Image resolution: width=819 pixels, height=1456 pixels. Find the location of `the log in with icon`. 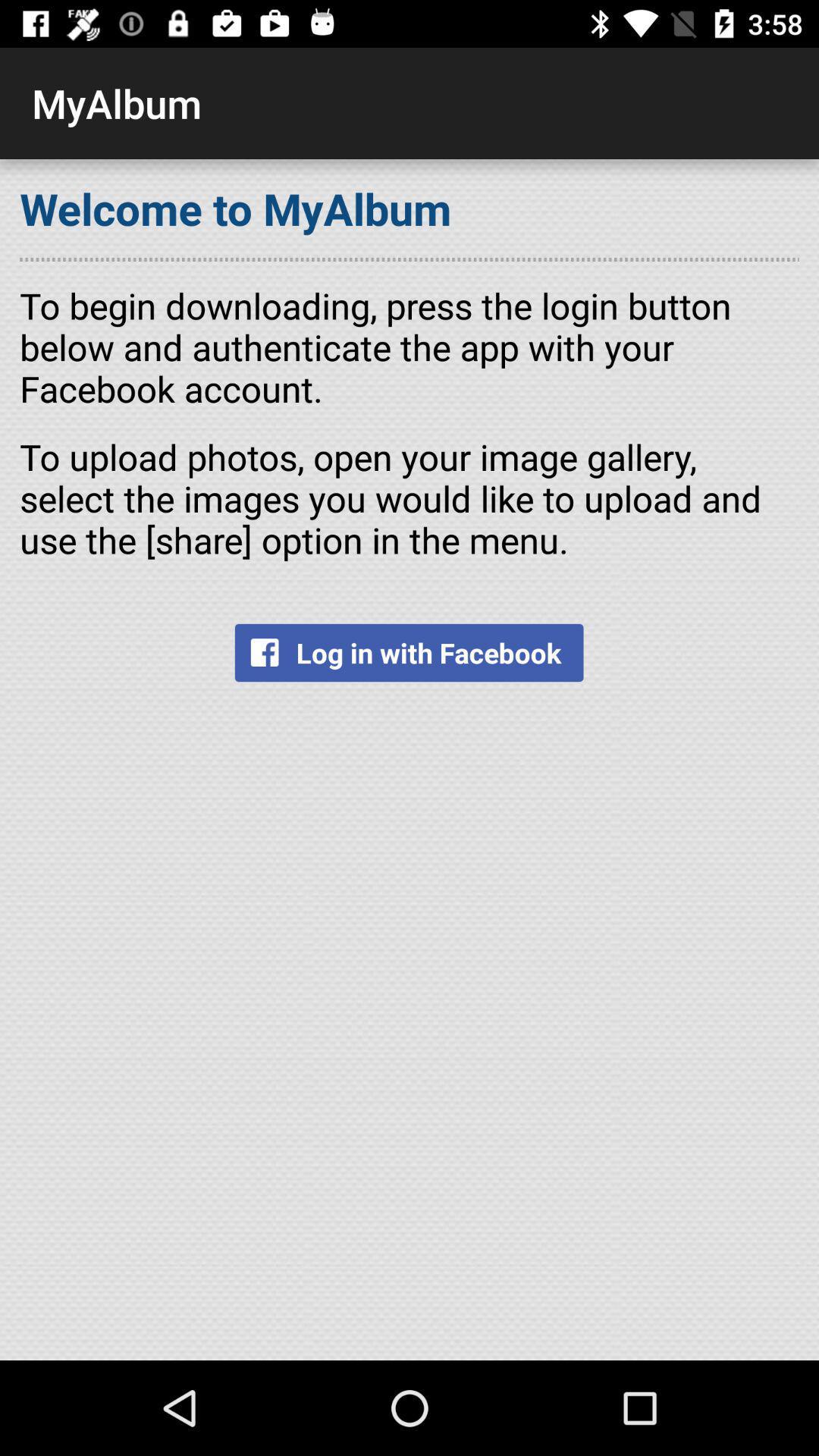

the log in with icon is located at coordinates (408, 652).